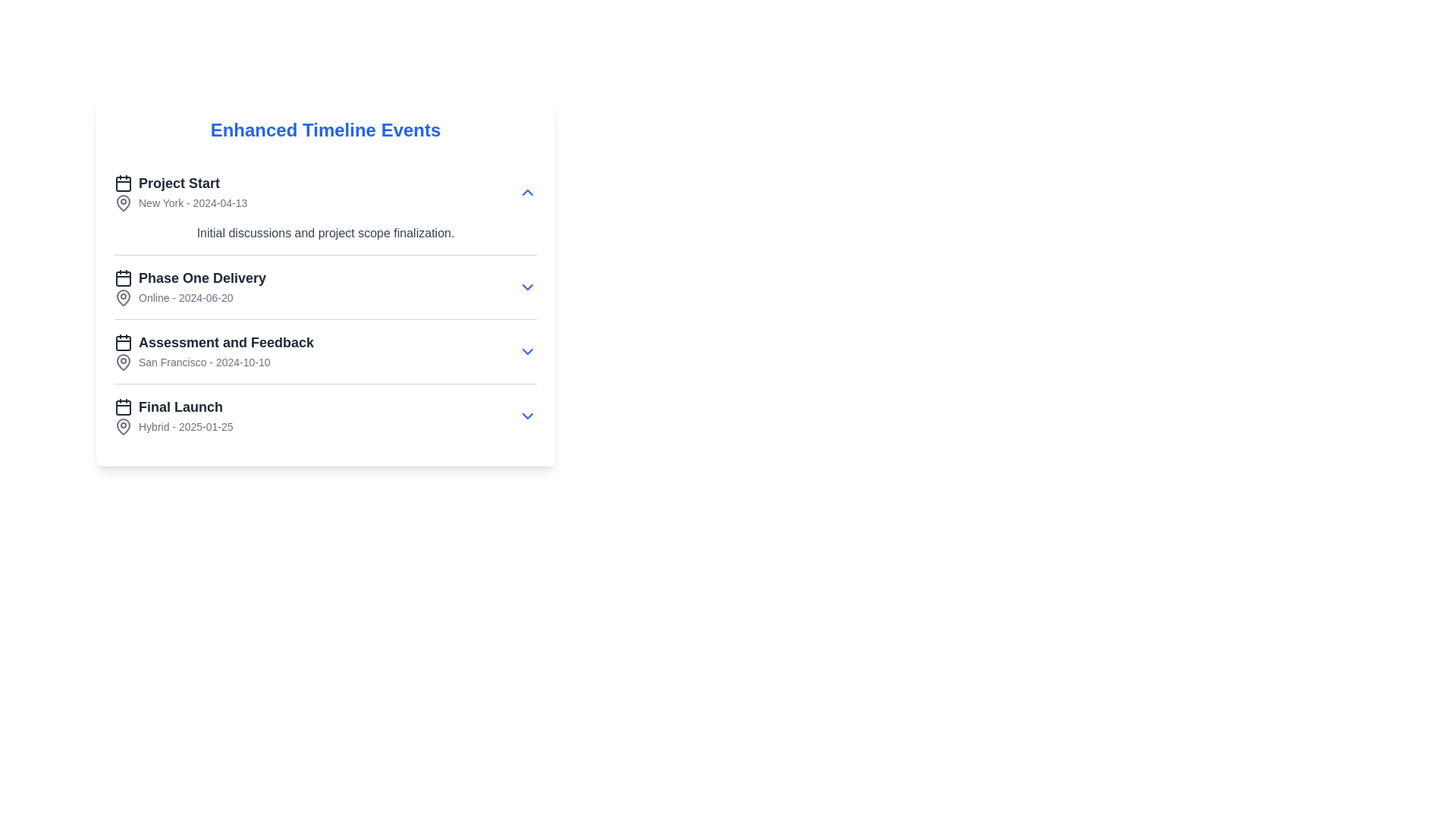  What do you see at coordinates (325, 192) in the screenshot?
I see `the first item in the 'Enhanced Timeline Events' section` at bounding box center [325, 192].